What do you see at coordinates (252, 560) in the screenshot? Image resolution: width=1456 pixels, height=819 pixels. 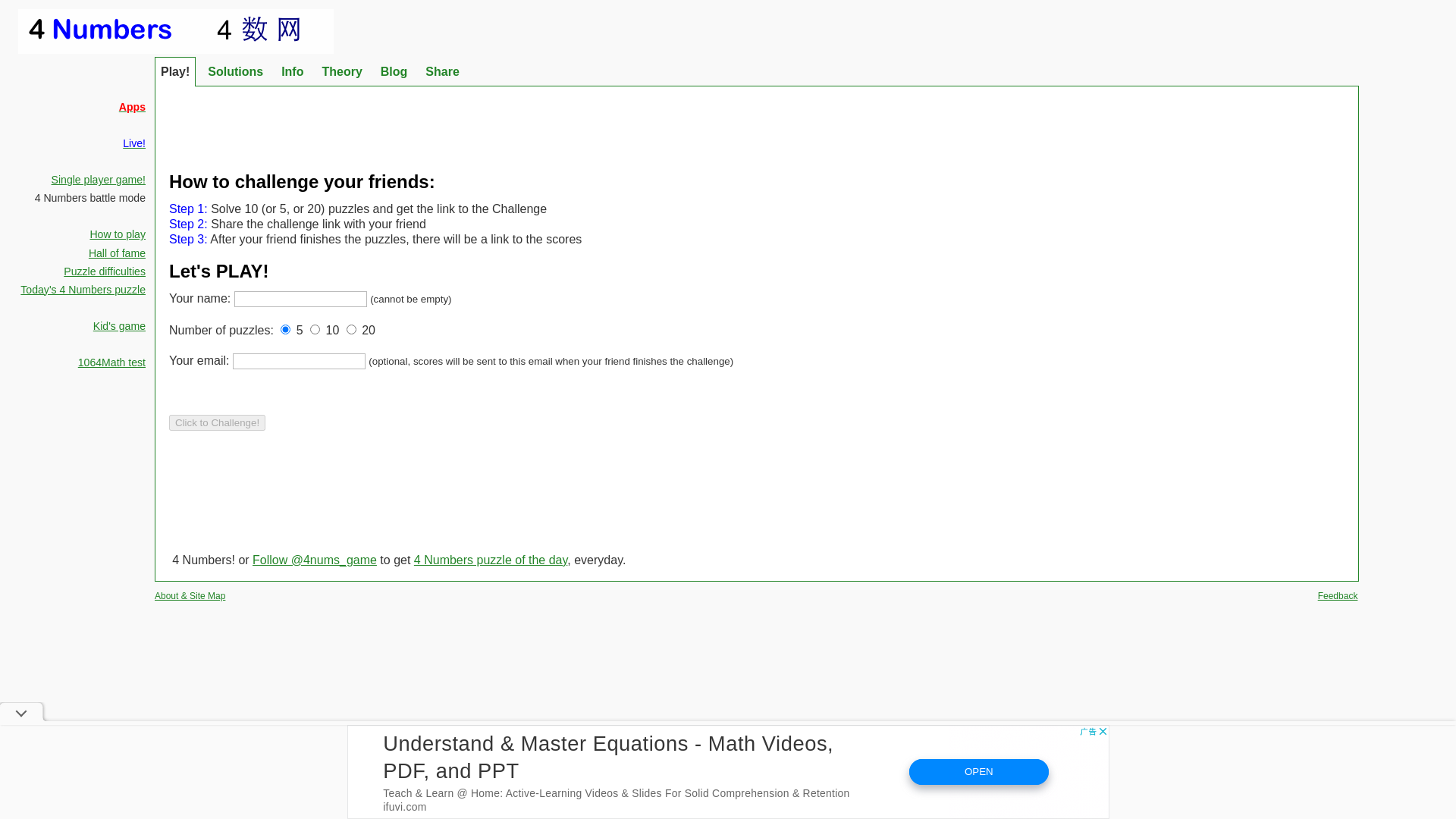 I see `'Follow @4nums_game'` at bounding box center [252, 560].